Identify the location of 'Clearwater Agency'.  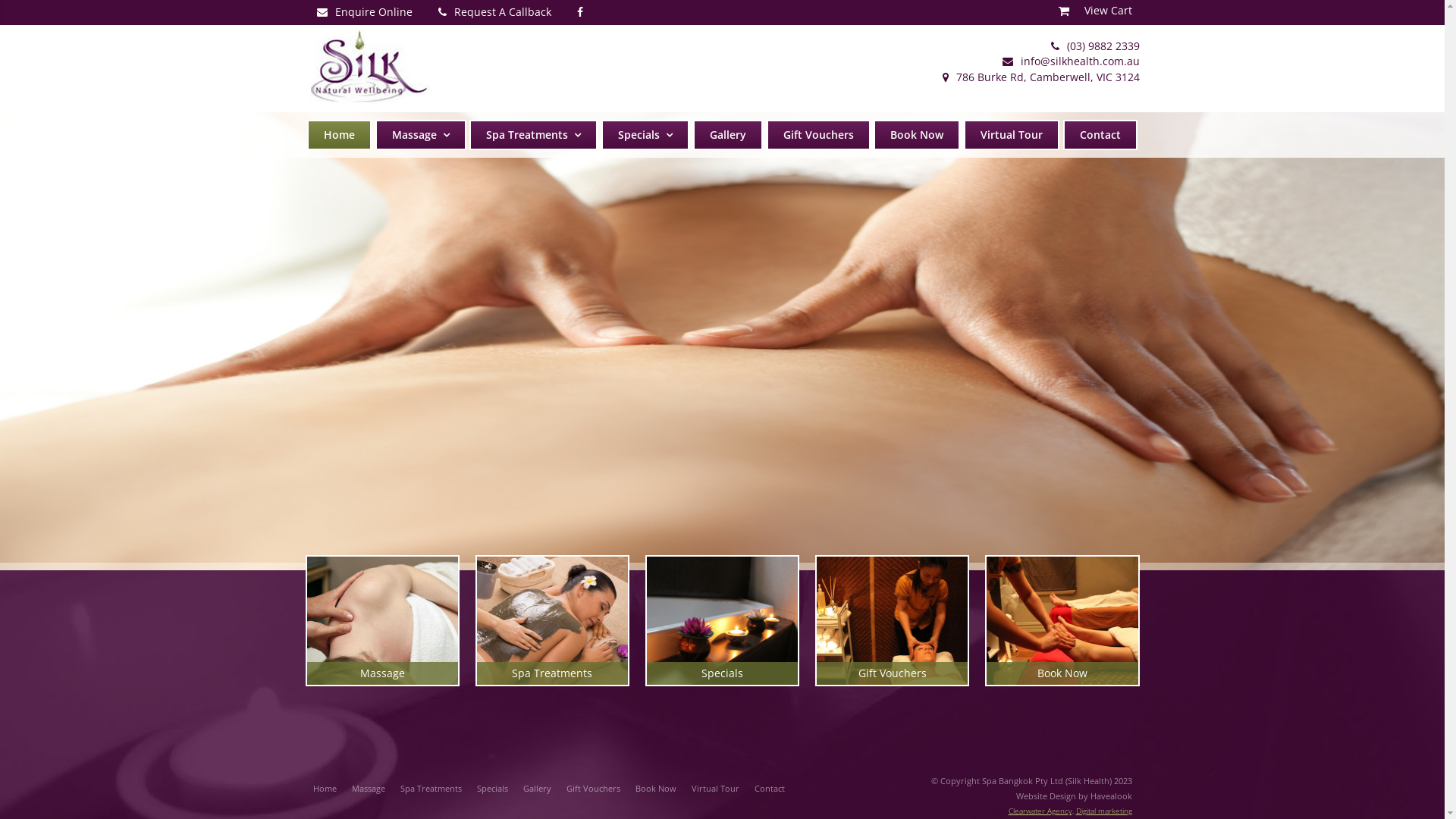
(1040, 809).